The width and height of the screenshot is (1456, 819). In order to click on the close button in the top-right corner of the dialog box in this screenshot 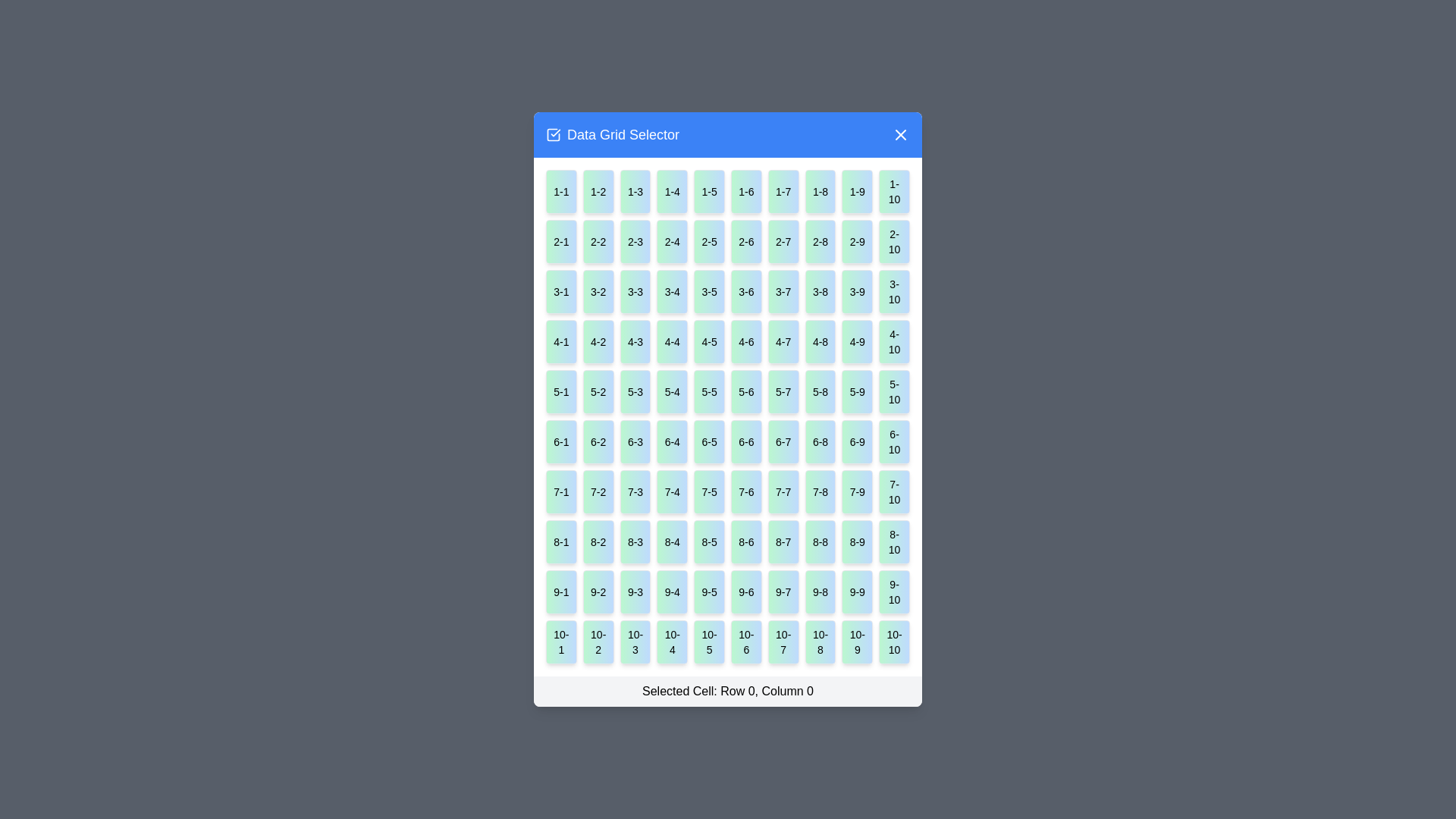, I will do `click(901, 133)`.